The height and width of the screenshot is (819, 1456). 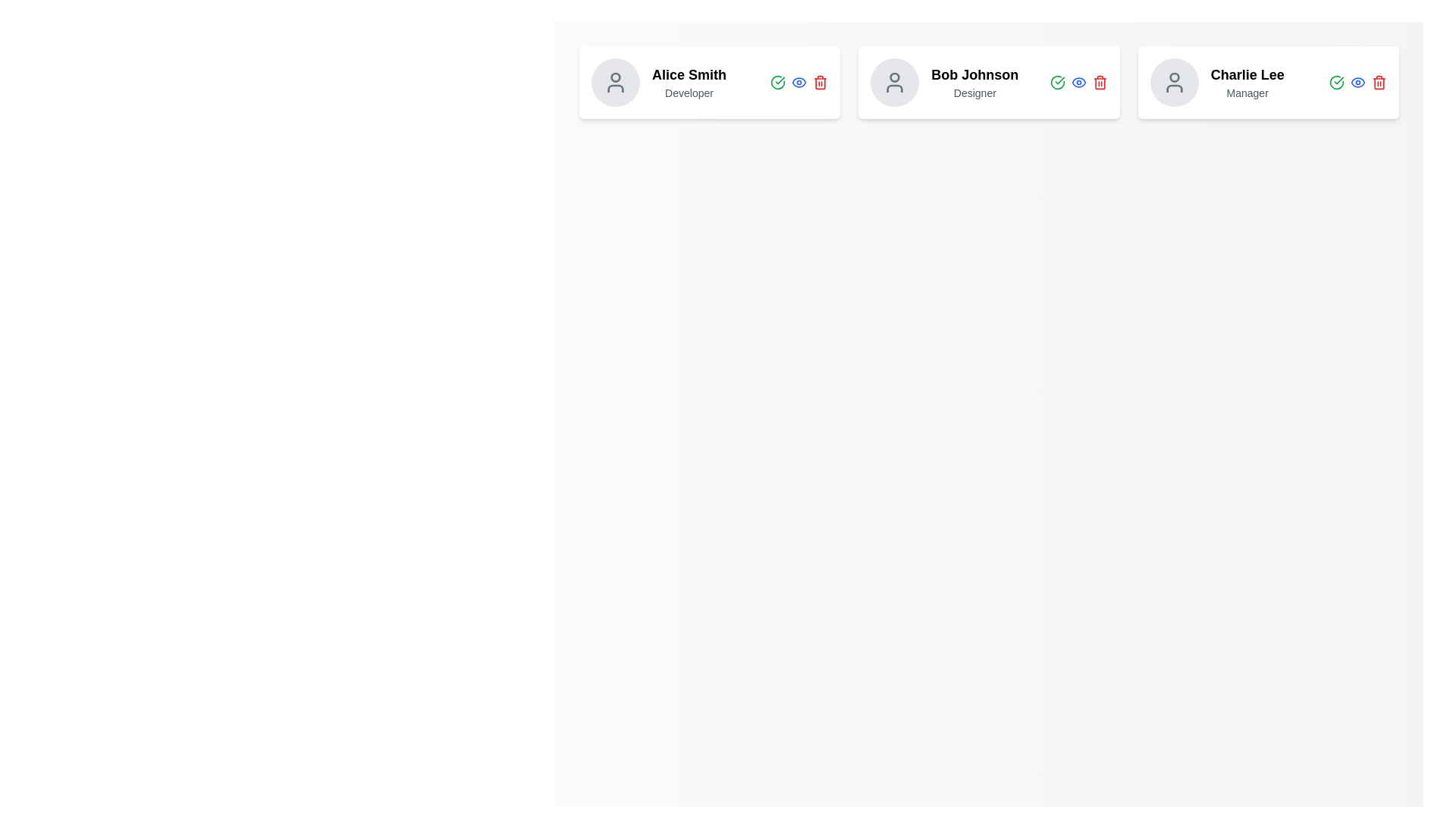 What do you see at coordinates (1336, 82) in the screenshot?
I see `the circular green icon with a checkmark located in the profile card of Charlie Lee, the Manager` at bounding box center [1336, 82].